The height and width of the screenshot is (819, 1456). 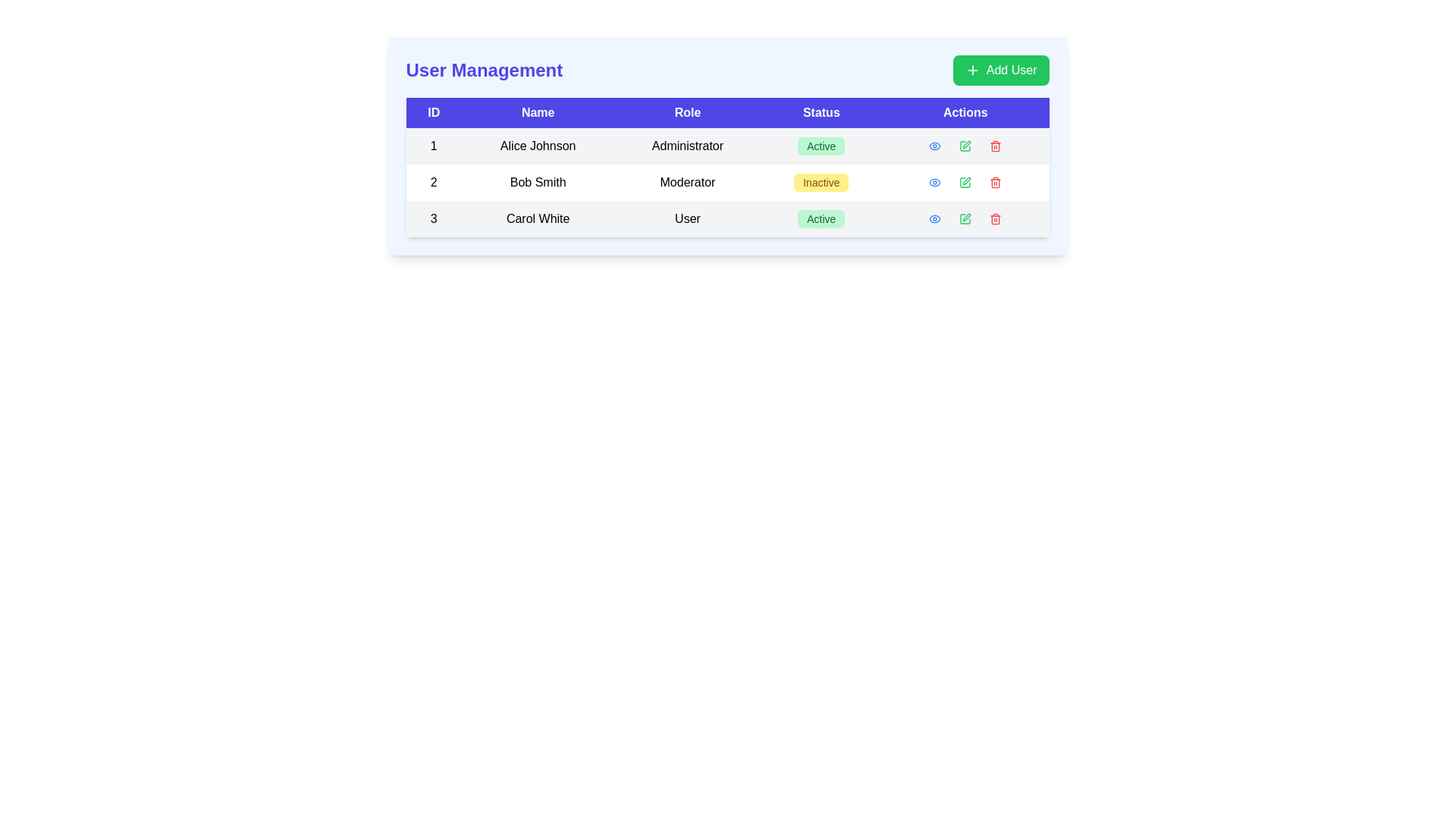 What do you see at coordinates (996, 181) in the screenshot?
I see `the red-colored trash bin icon button located in the actions cell of the second row of the user management interface to bring focus` at bounding box center [996, 181].